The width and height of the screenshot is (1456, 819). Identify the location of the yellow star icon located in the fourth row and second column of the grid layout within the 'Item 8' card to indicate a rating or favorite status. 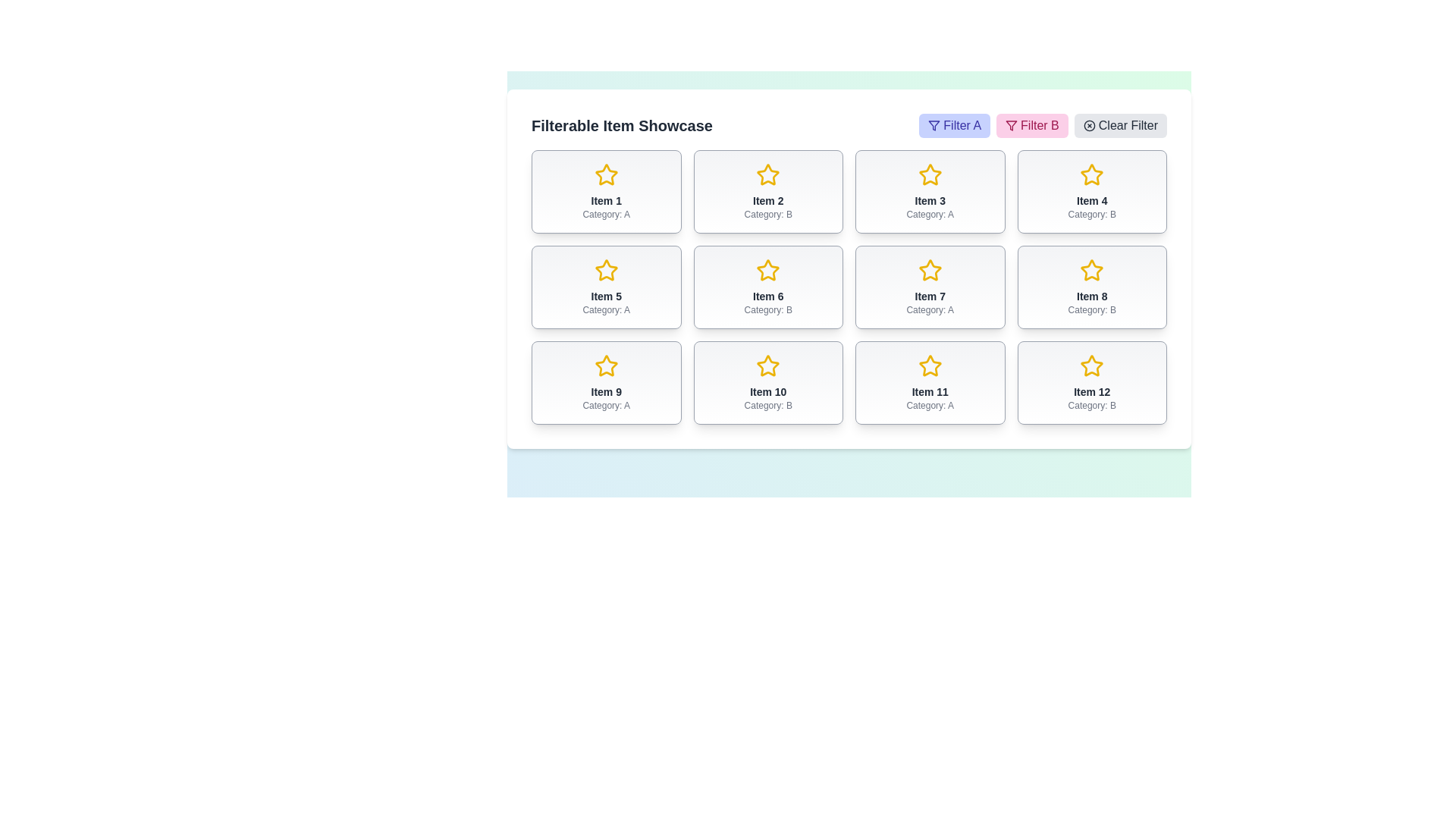
(1092, 269).